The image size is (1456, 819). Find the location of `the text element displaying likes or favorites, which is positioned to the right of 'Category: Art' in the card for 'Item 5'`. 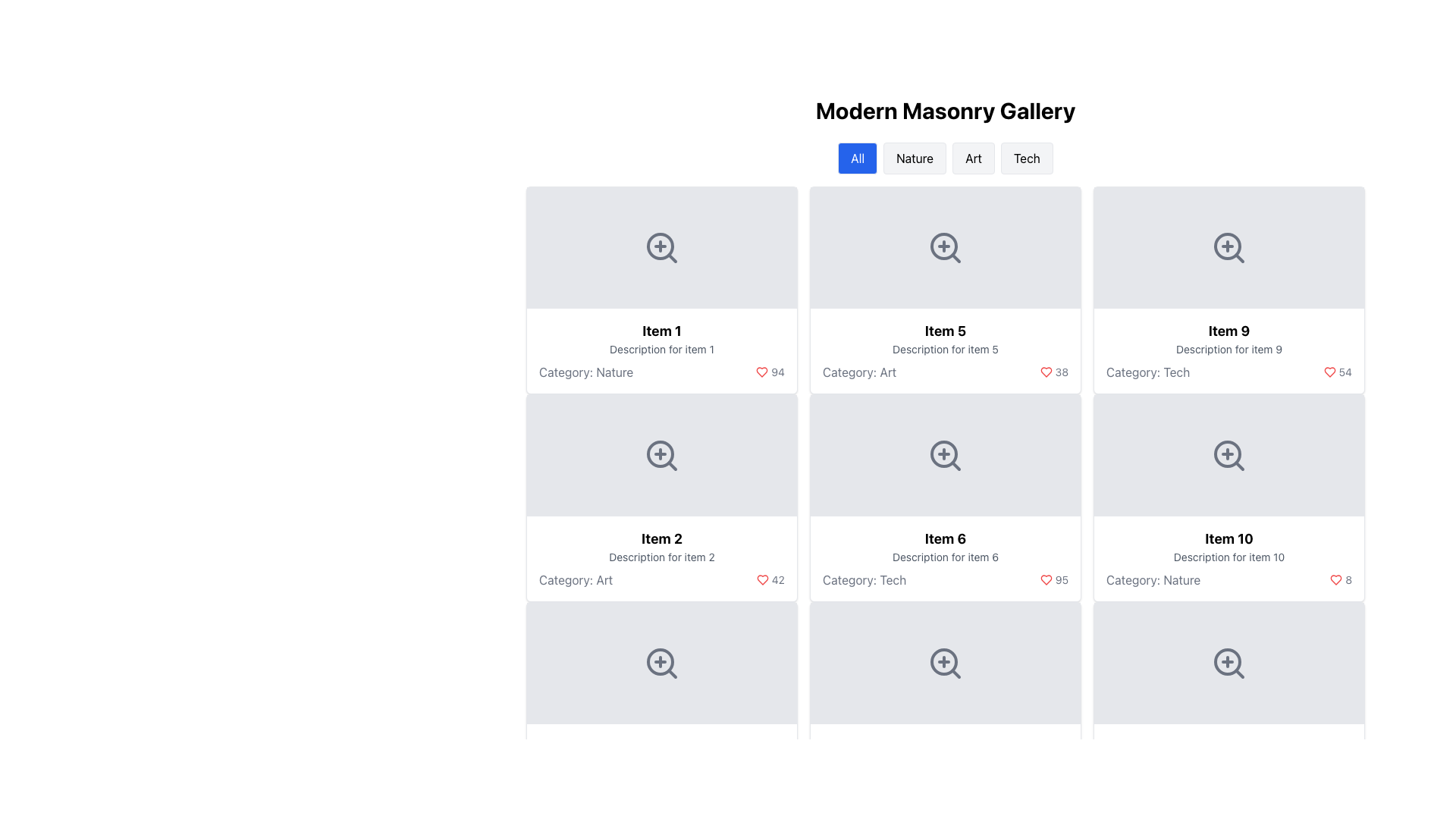

the text element displaying likes or favorites, which is positioned to the right of 'Category: Art' in the card for 'Item 5' is located at coordinates (1053, 372).